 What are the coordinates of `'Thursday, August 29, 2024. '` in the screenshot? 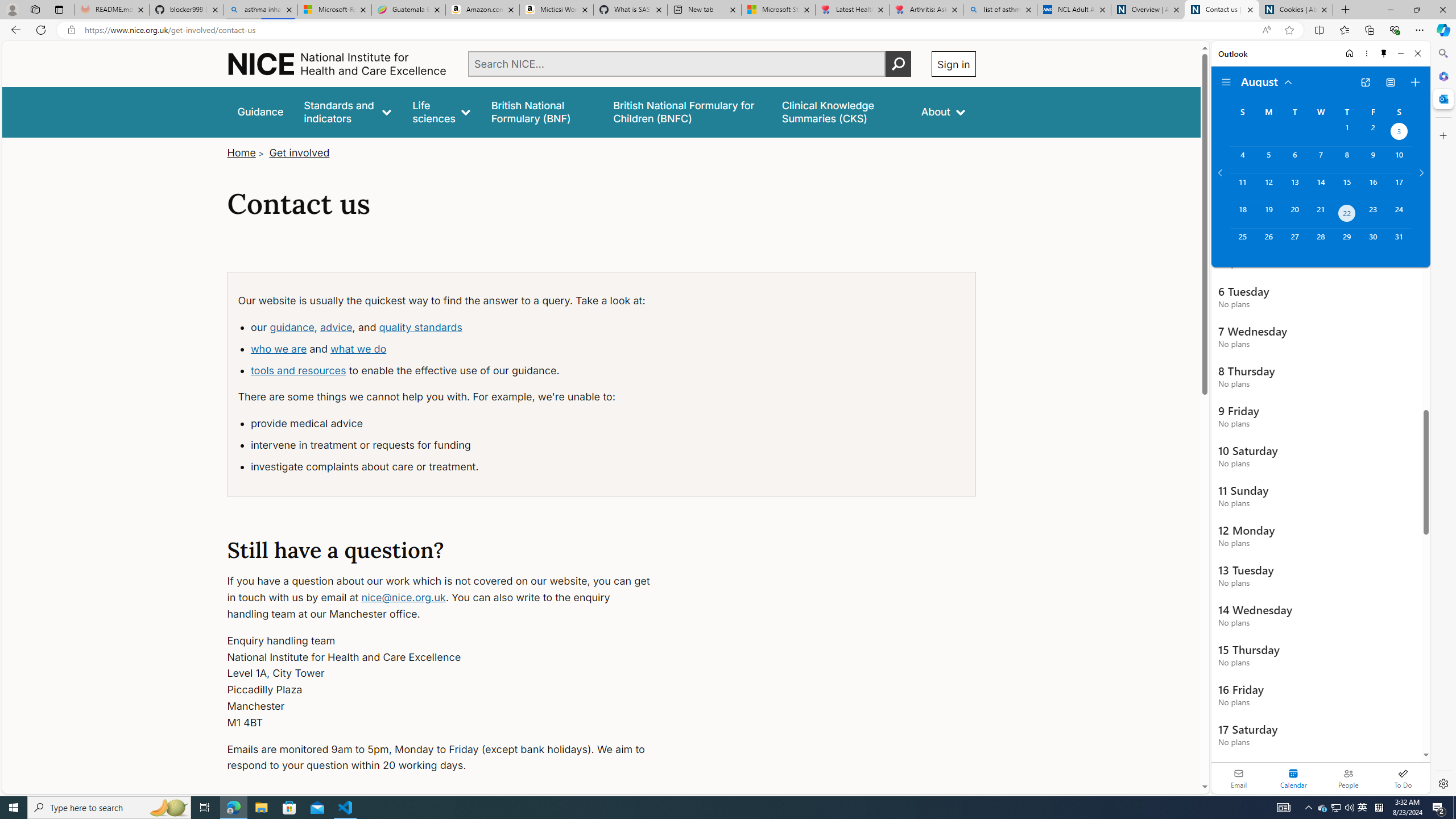 It's located at (1347, 242).